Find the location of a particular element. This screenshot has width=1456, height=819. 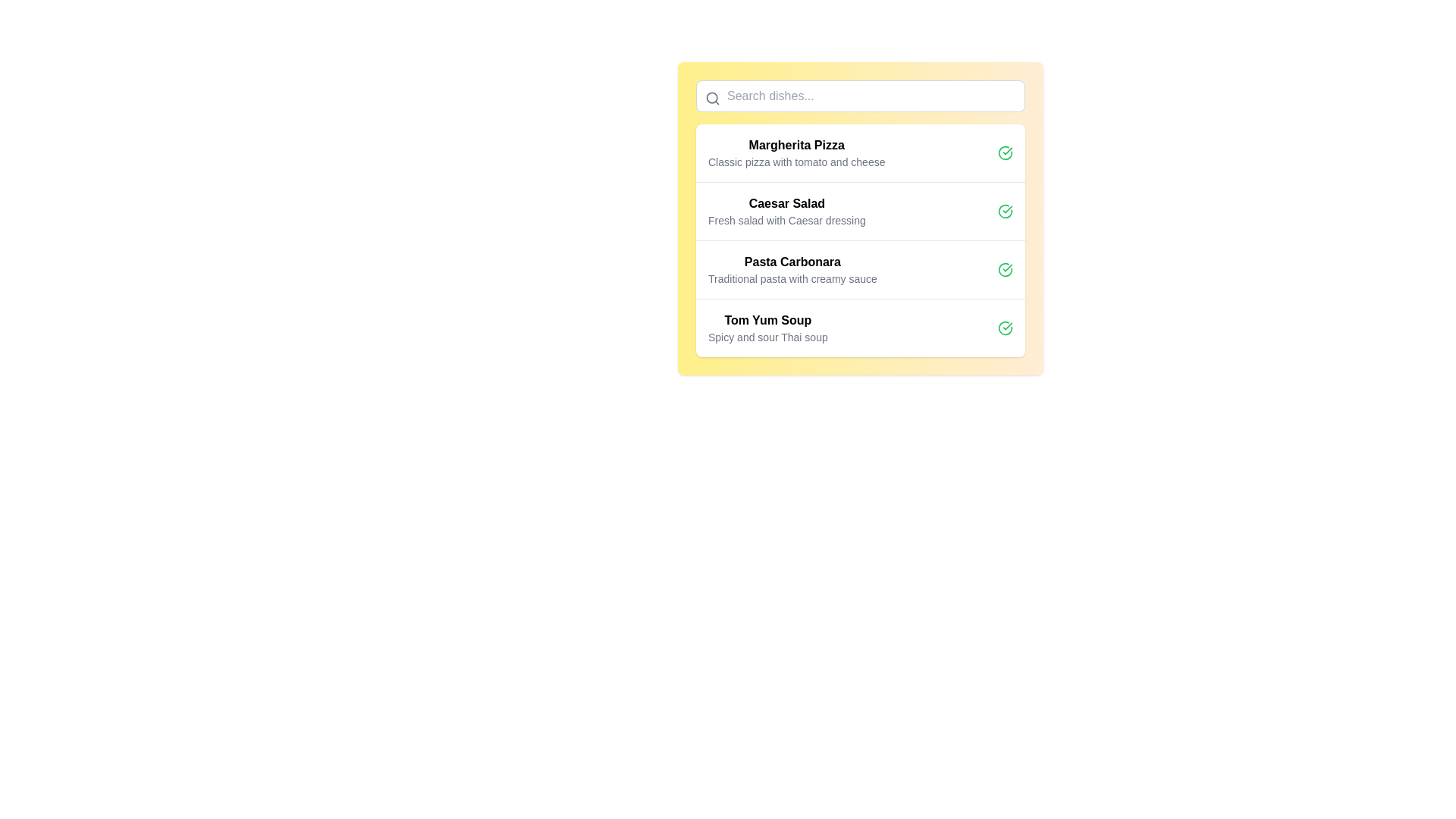

the static text element describing 'Classic pizza with tomato and cheese', which is located directly below the title 'Margherita Pizza' is located at coordinates (795, 162).